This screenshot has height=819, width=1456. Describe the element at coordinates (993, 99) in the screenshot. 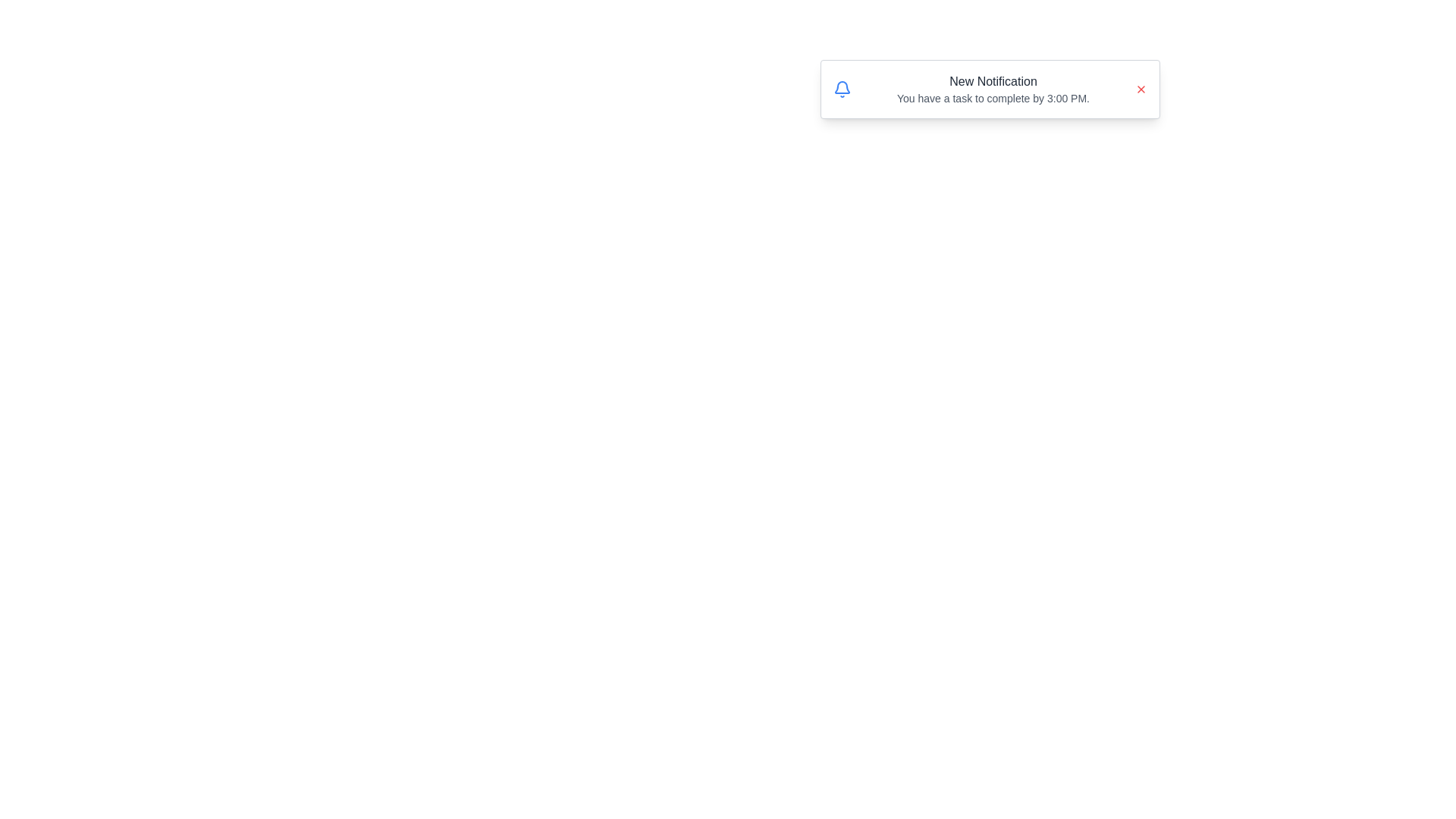

I see `text label that says 'You have a task to complete by 3:00 PM.' located below the 'New Notification' heading in the notification box` at that location.